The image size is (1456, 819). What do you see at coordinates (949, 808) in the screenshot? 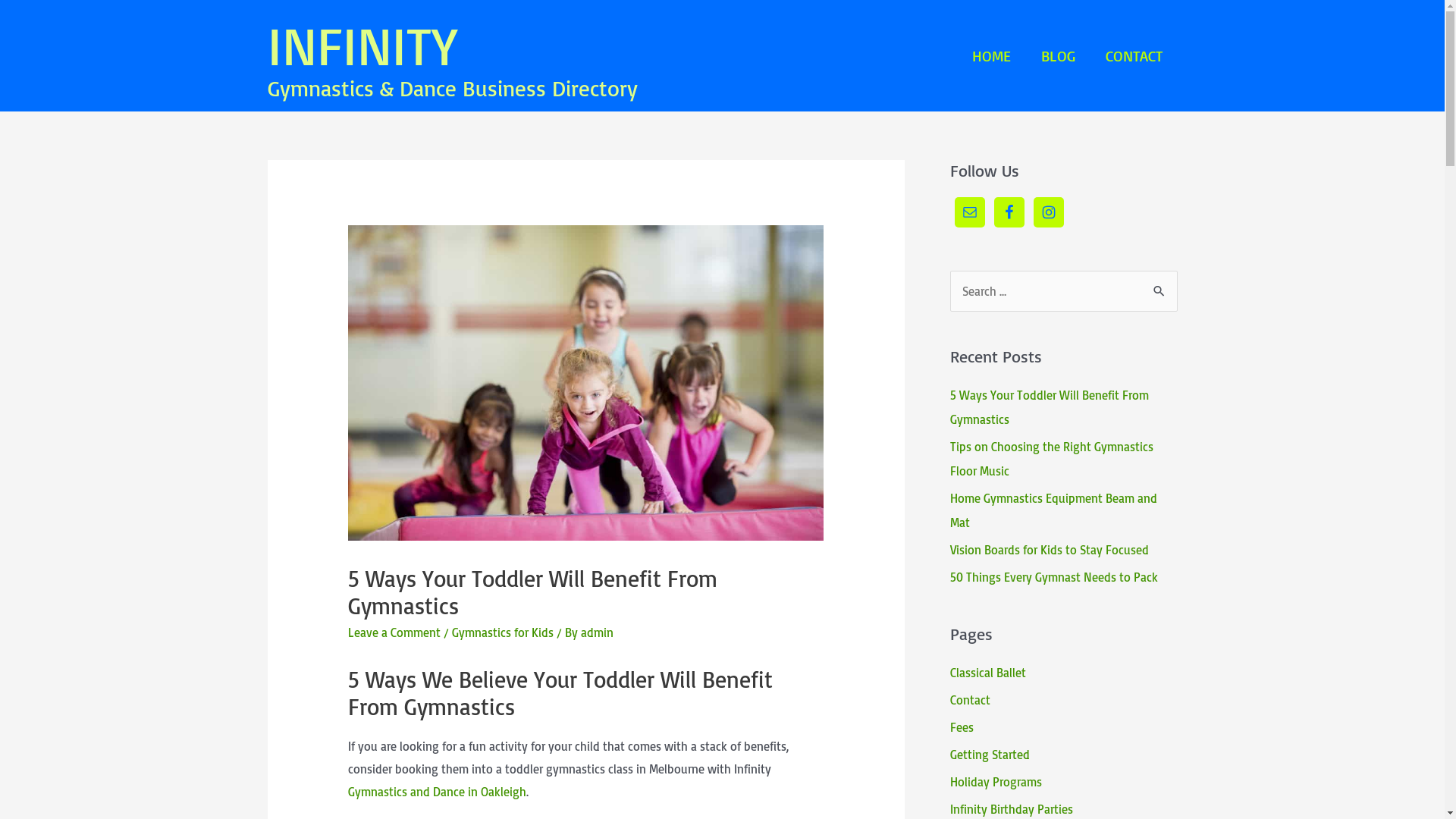
I see `'Infinity Birthday Parties'` at bounding box center [949, 808].